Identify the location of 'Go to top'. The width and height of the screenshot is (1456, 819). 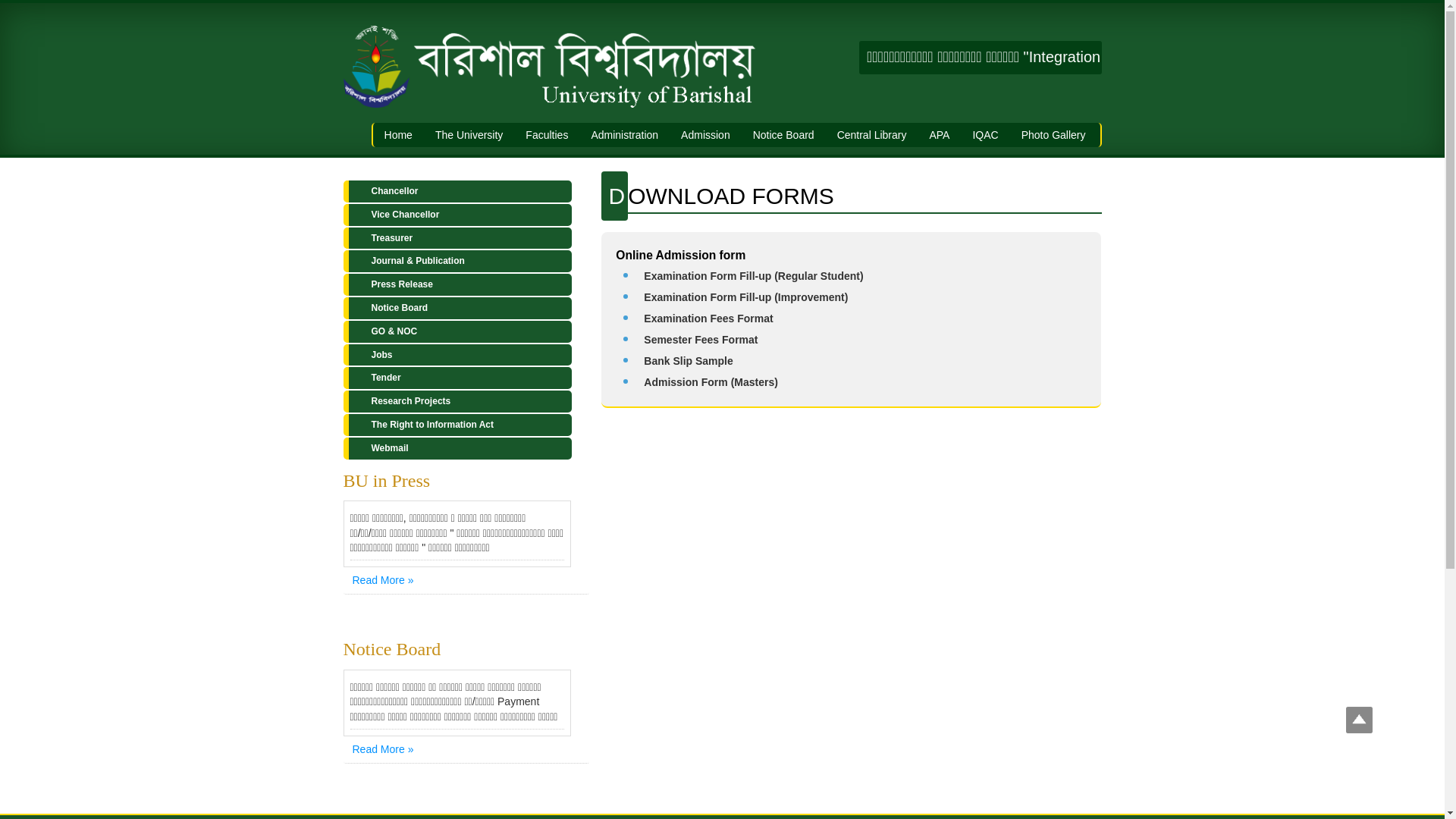
(1359, 721).